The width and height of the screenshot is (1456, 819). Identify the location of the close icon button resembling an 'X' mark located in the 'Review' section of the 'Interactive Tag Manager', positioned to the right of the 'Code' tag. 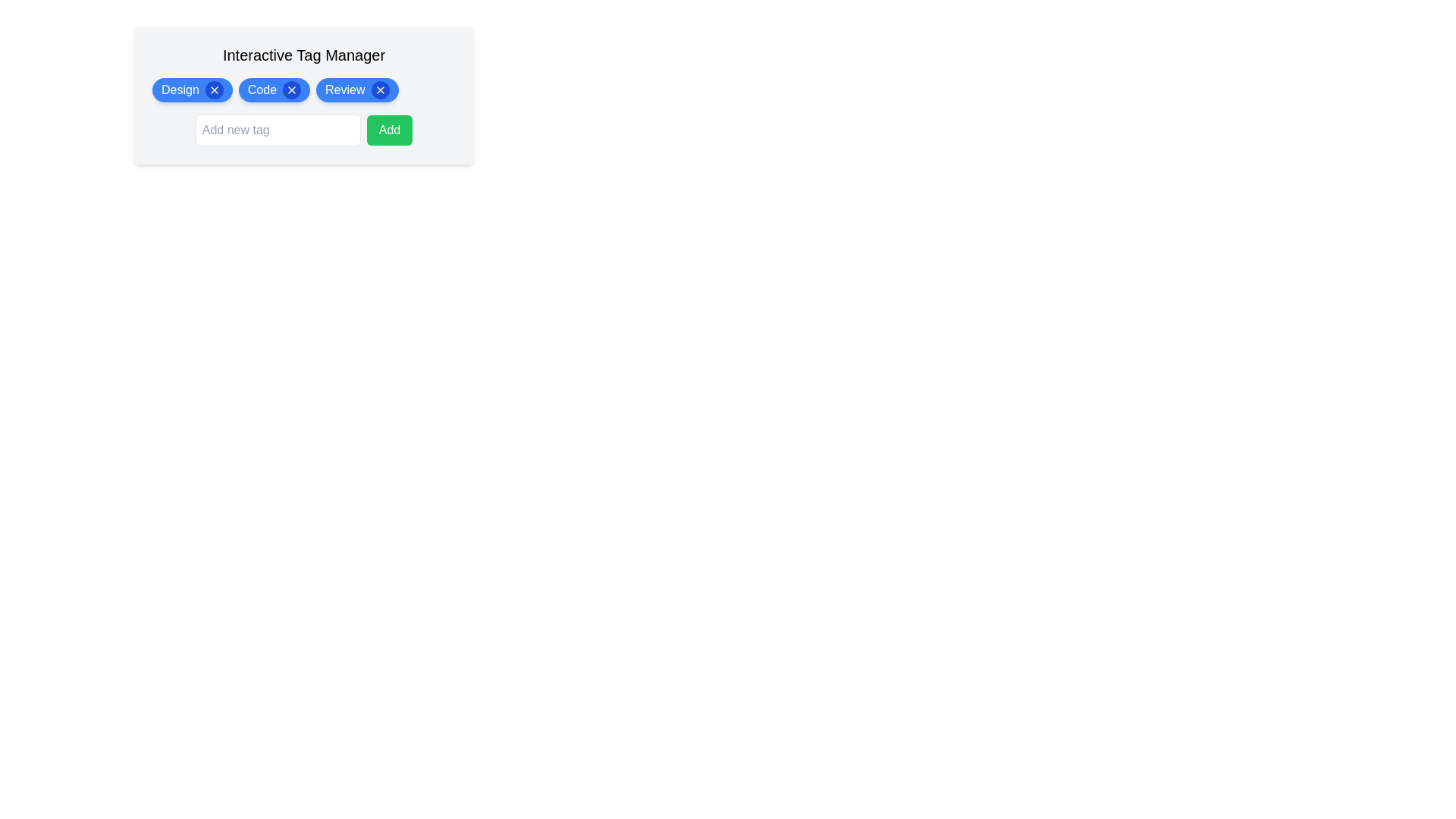
(380, 90).